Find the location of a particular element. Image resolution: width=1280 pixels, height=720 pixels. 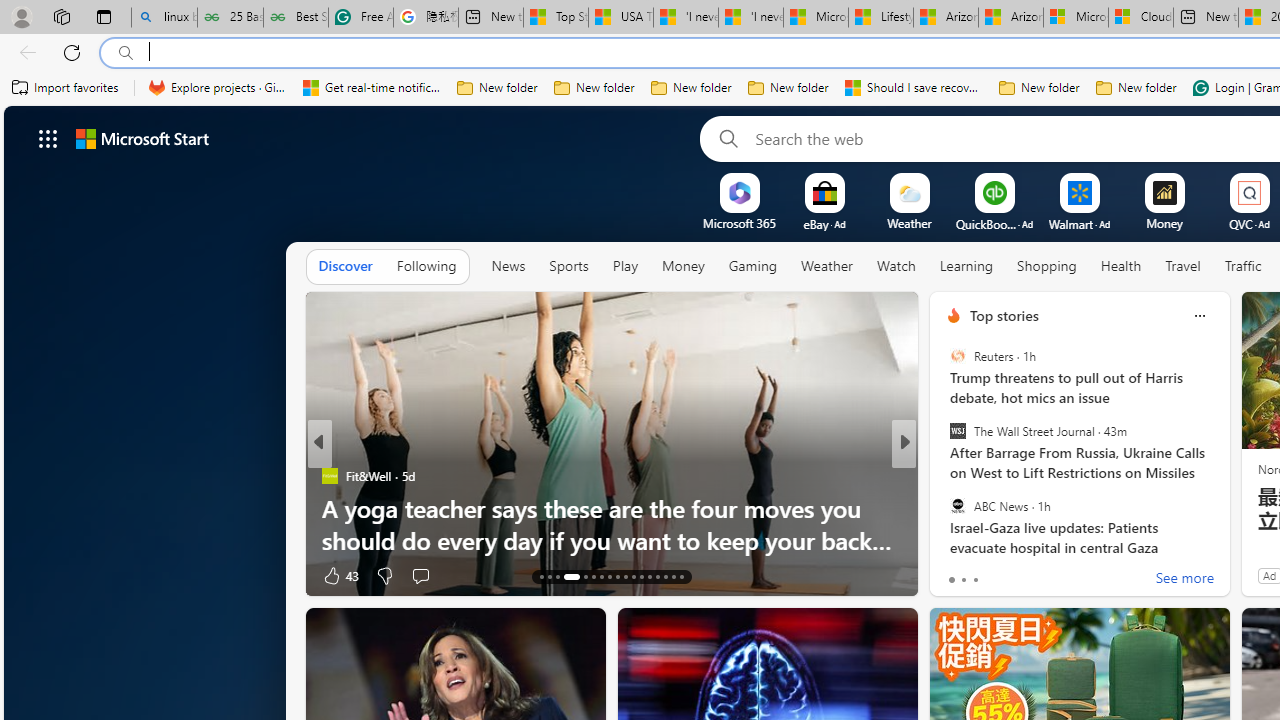

'USA TODAY - MSN' is located at coordinates (619, 17).